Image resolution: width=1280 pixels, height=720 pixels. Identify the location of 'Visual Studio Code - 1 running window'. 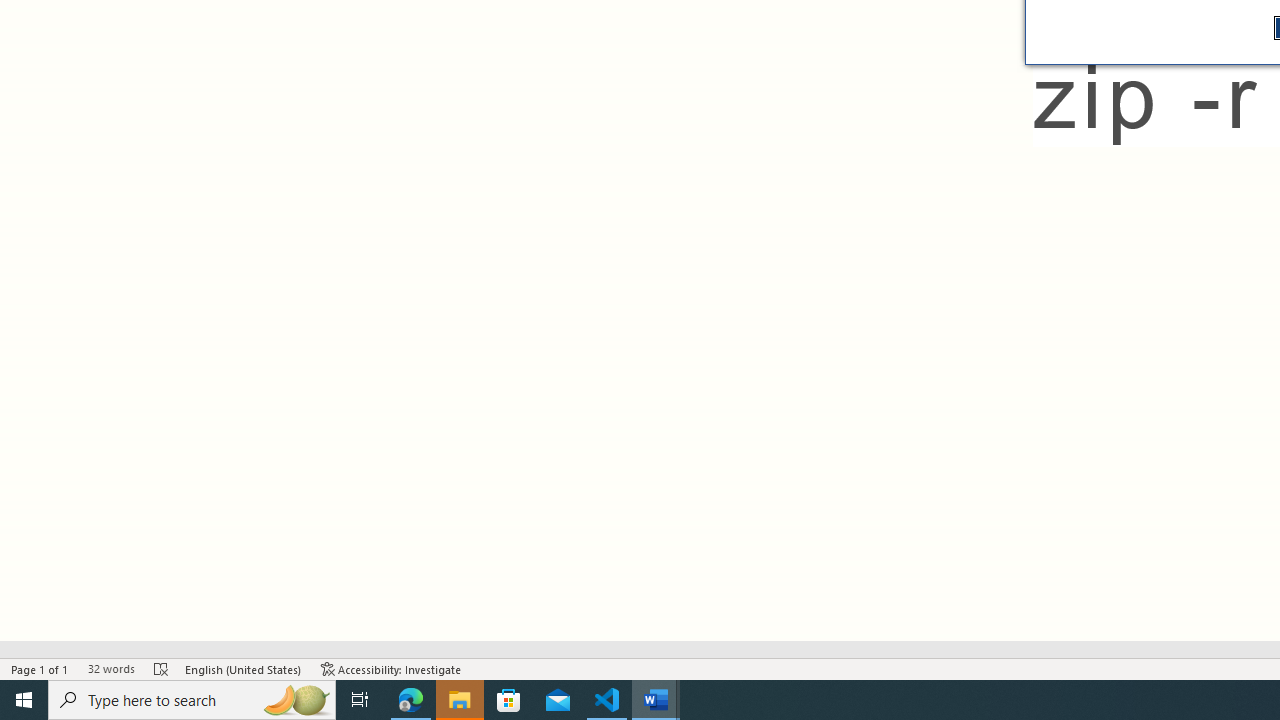
(606, 698).